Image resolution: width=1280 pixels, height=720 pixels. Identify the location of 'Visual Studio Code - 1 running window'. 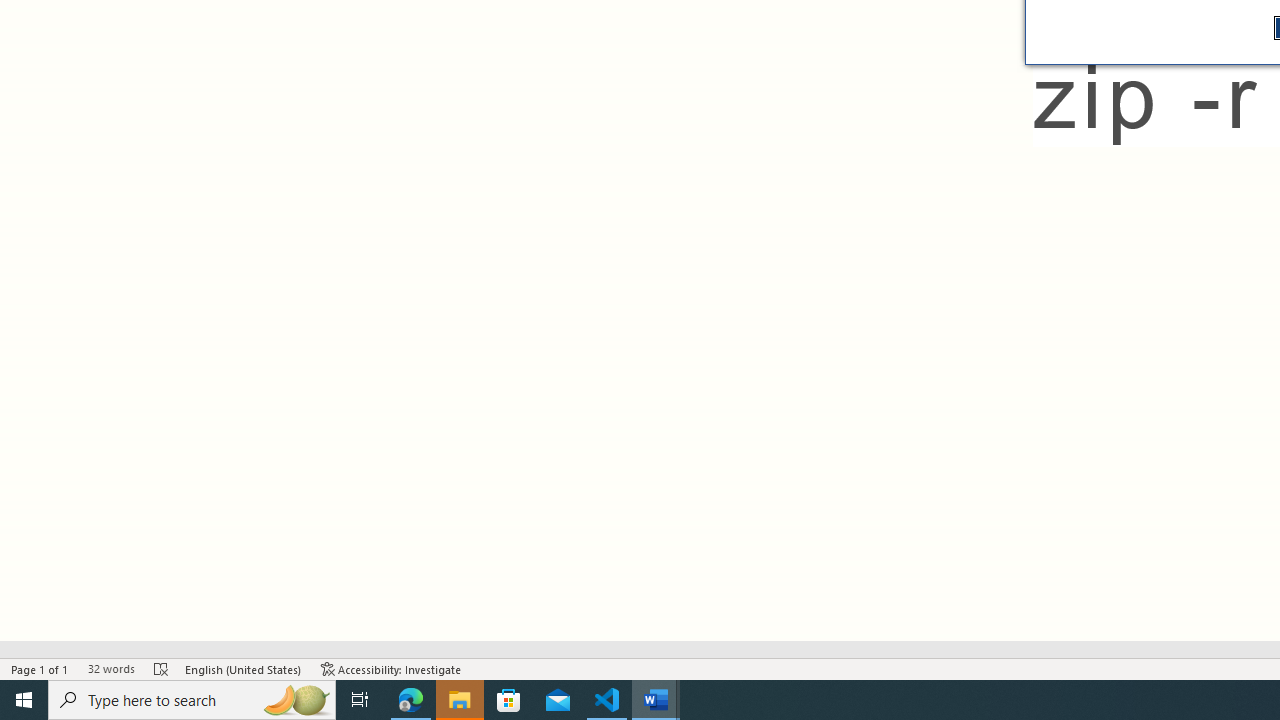
(606, 698).